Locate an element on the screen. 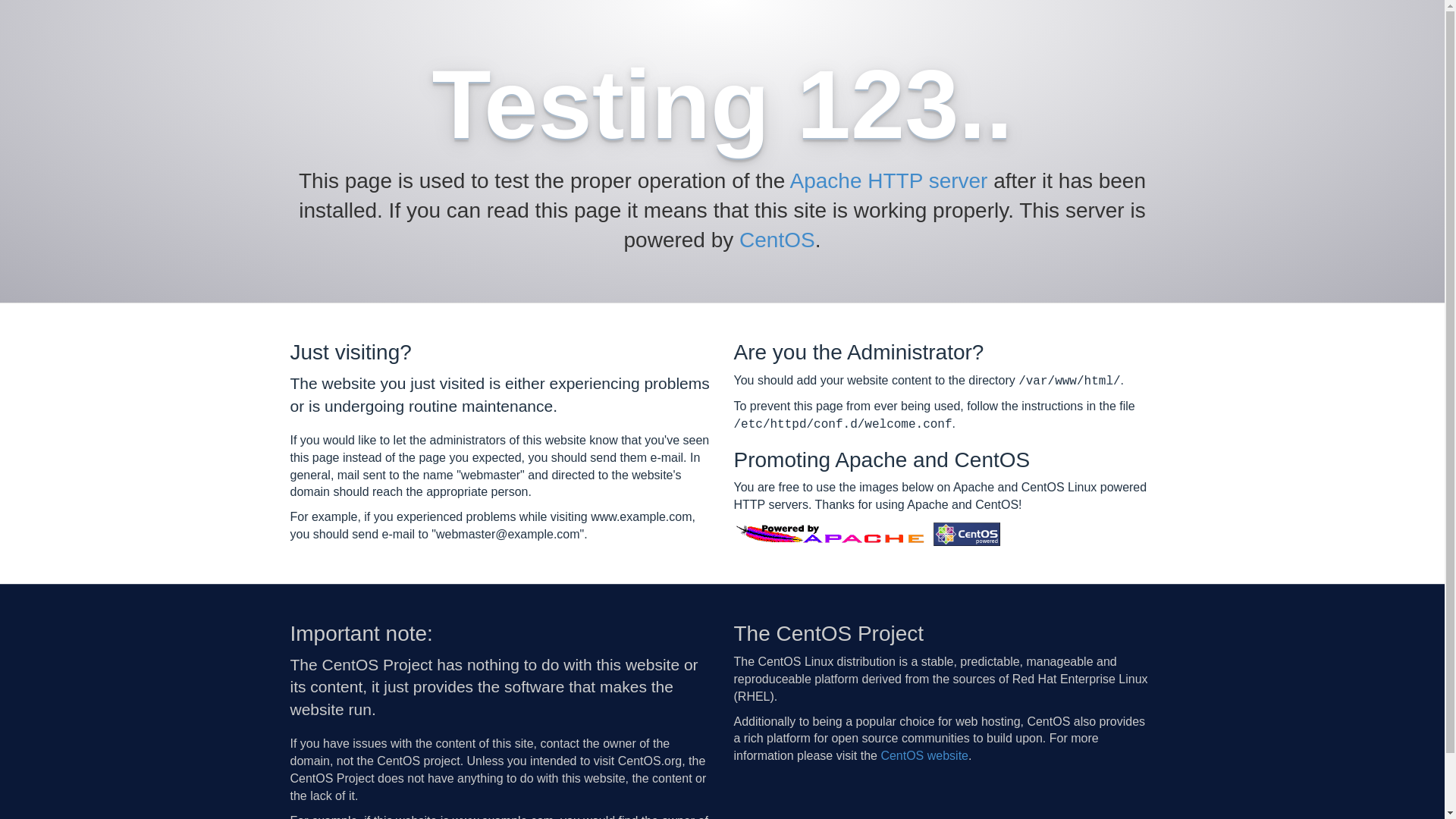  'Apache HTTP server' is located at coordinates (789, 180).